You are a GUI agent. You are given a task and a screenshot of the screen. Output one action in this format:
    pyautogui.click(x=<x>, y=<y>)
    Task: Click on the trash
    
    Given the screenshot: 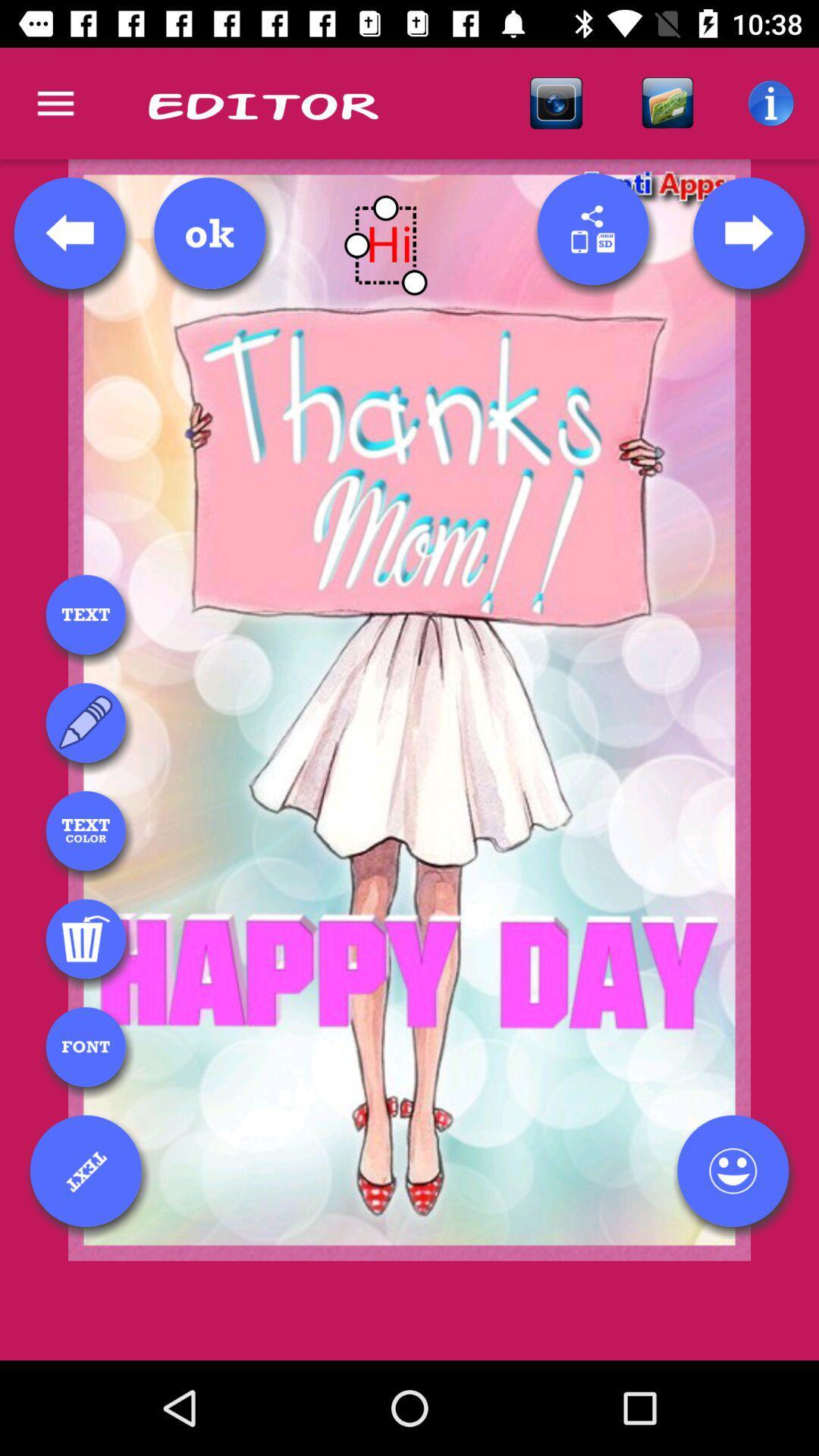 What is the action you would take?
    pyautogui.click(x=86, y=938)
    